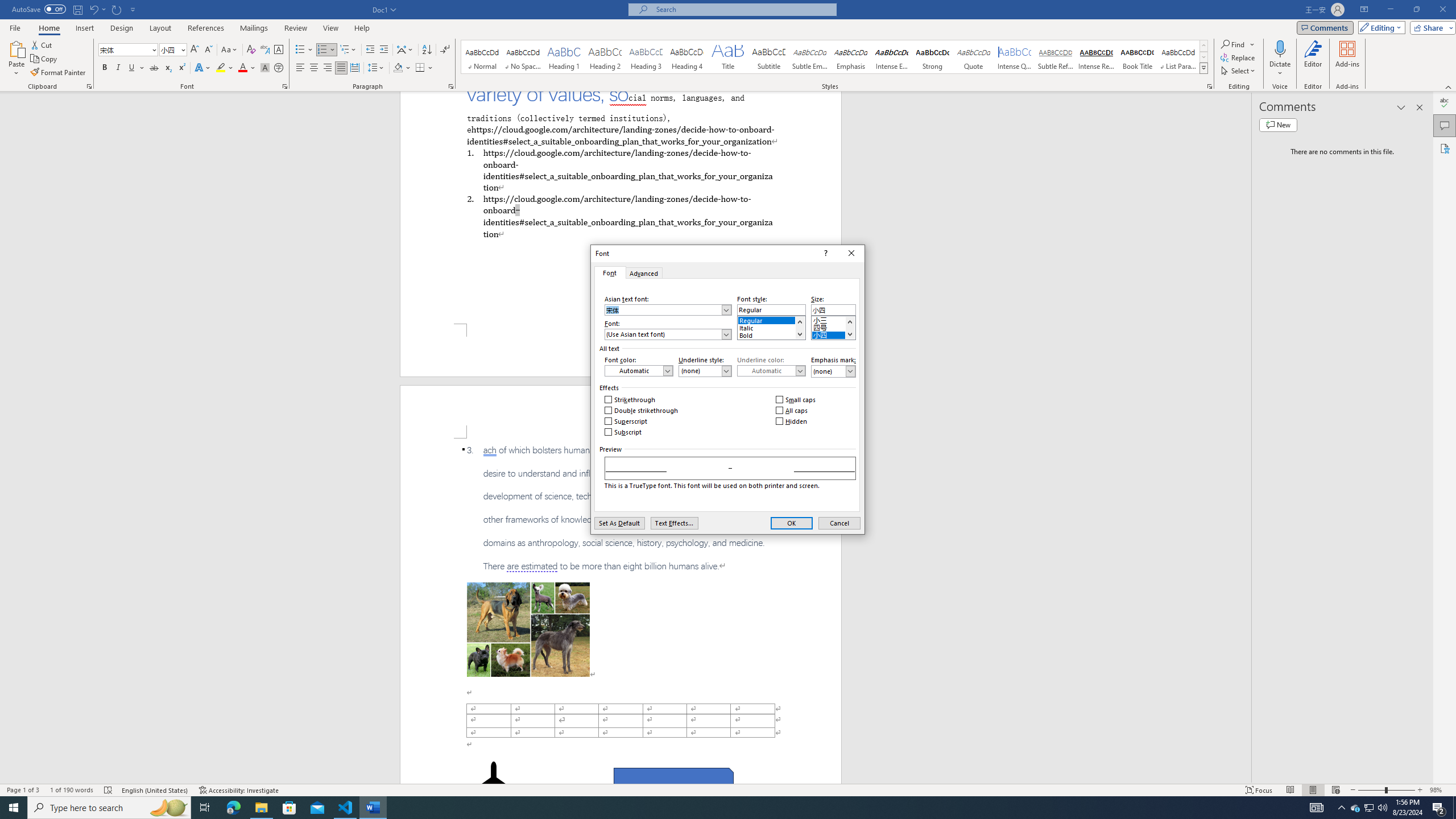  What do you see at coordinates (800, 327) in the screenshot?
I see `'AutomationID: 1795'` at bounding box center [800, 327].